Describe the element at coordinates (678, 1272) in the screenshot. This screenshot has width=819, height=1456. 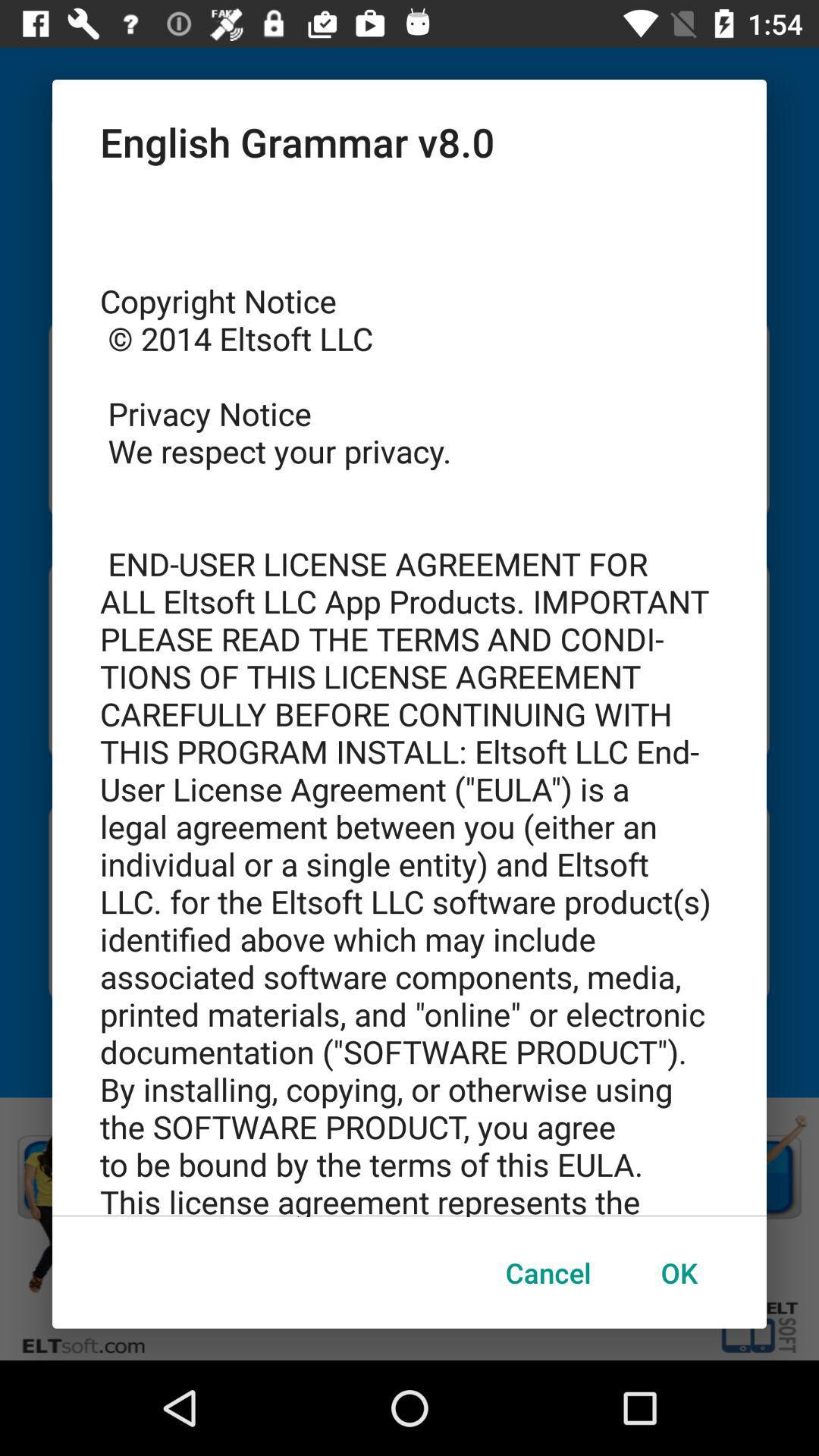
I see `item below the copyright notice 2014 app` at that location.